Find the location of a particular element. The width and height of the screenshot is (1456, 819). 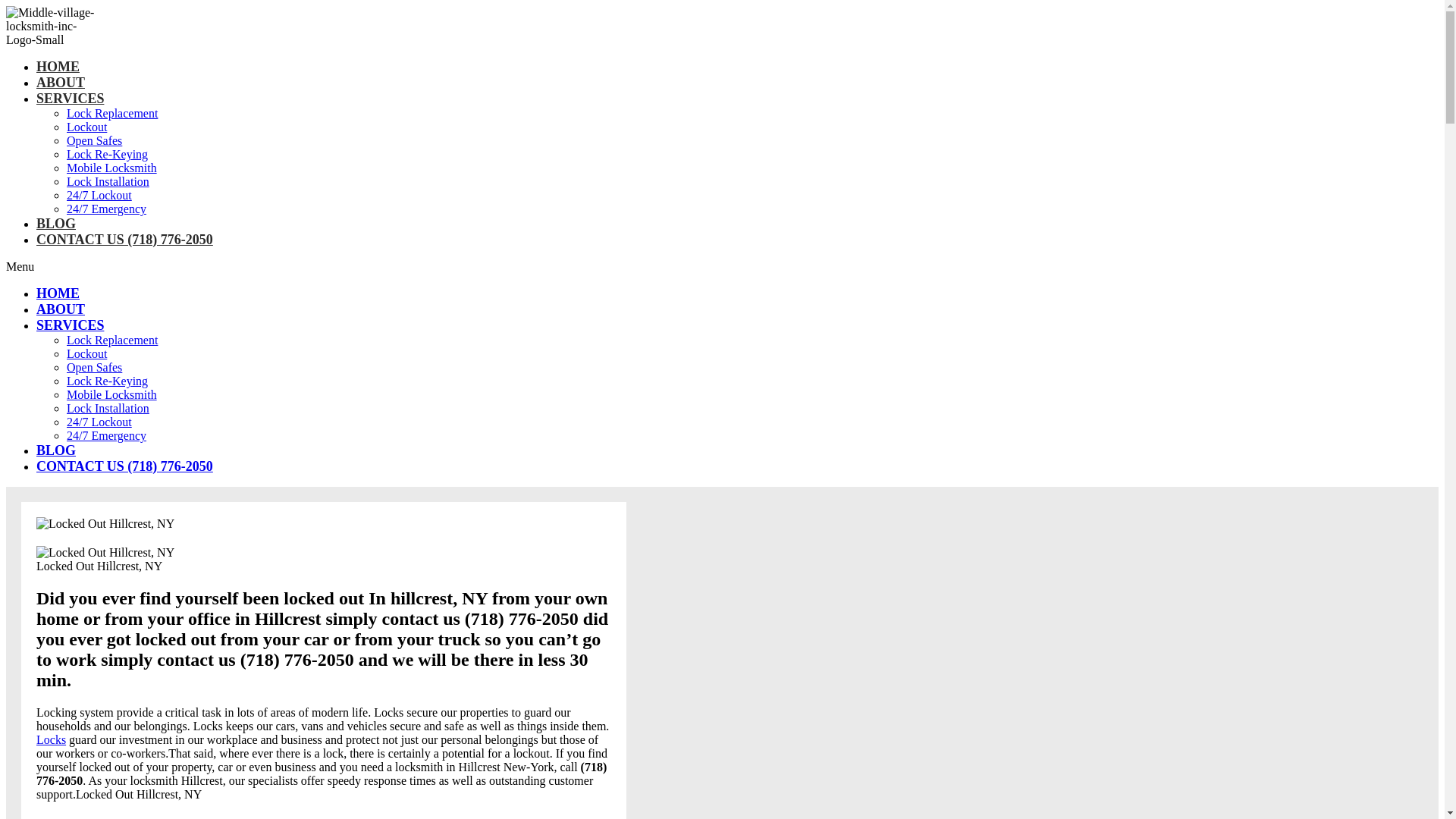

'BLOG' is located at coordinates (55, 450).